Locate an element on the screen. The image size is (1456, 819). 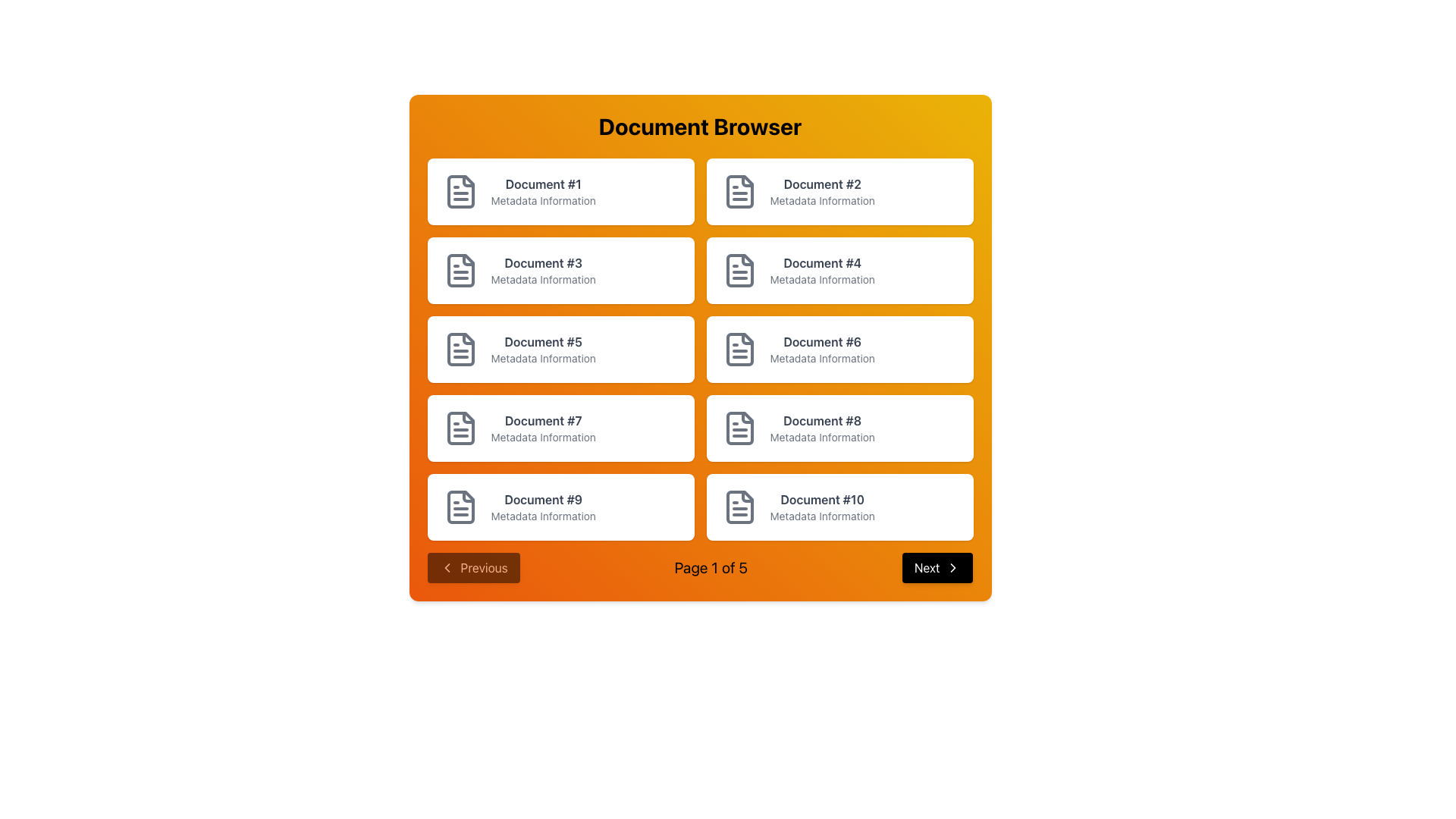
the Card element representing 'Document #7', located in the fourth row, first column of the grid layout is located at coordinates (560, 428).